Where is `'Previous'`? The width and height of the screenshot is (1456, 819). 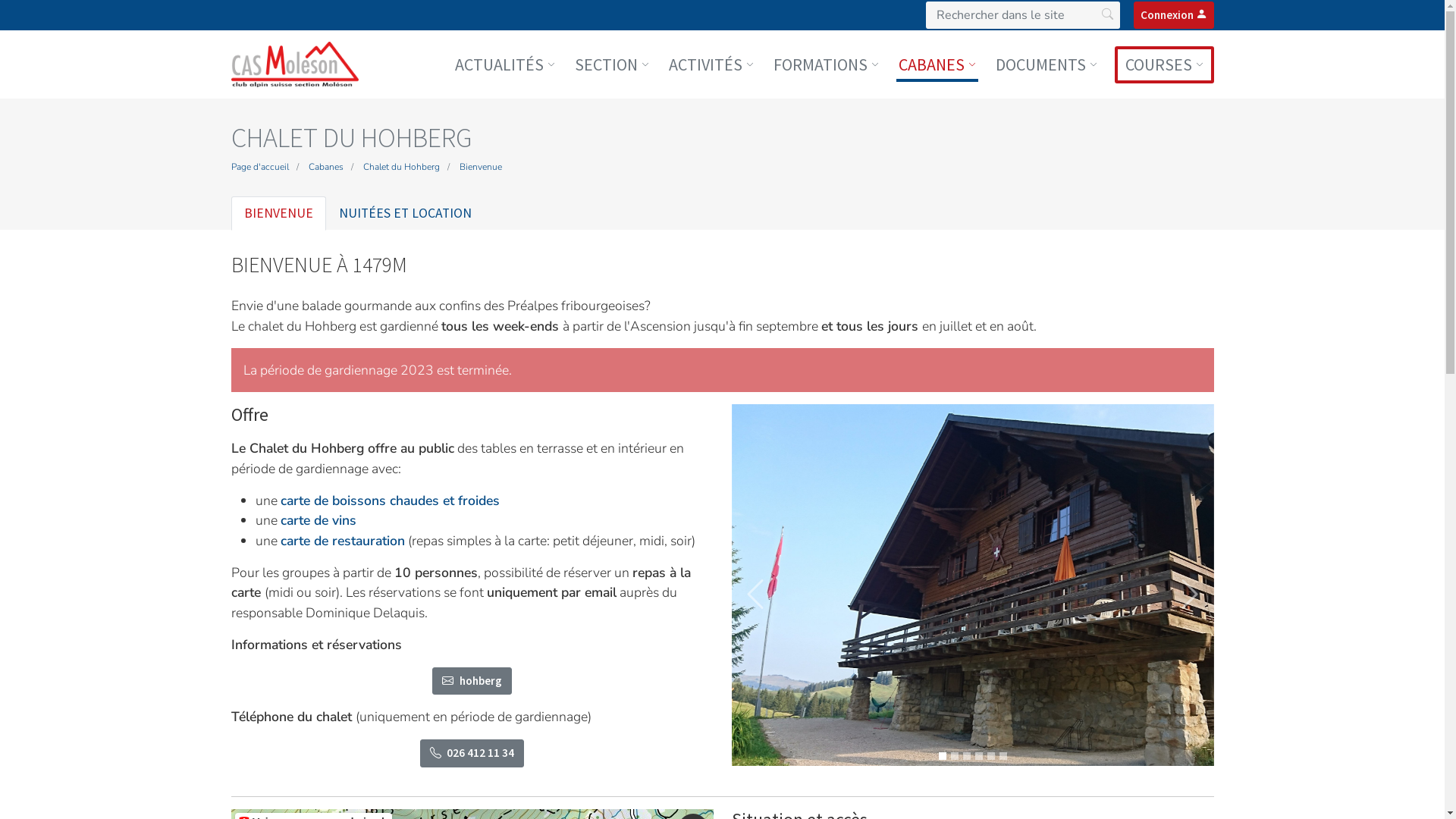
'Previous' is located at coordinates (755, 593).